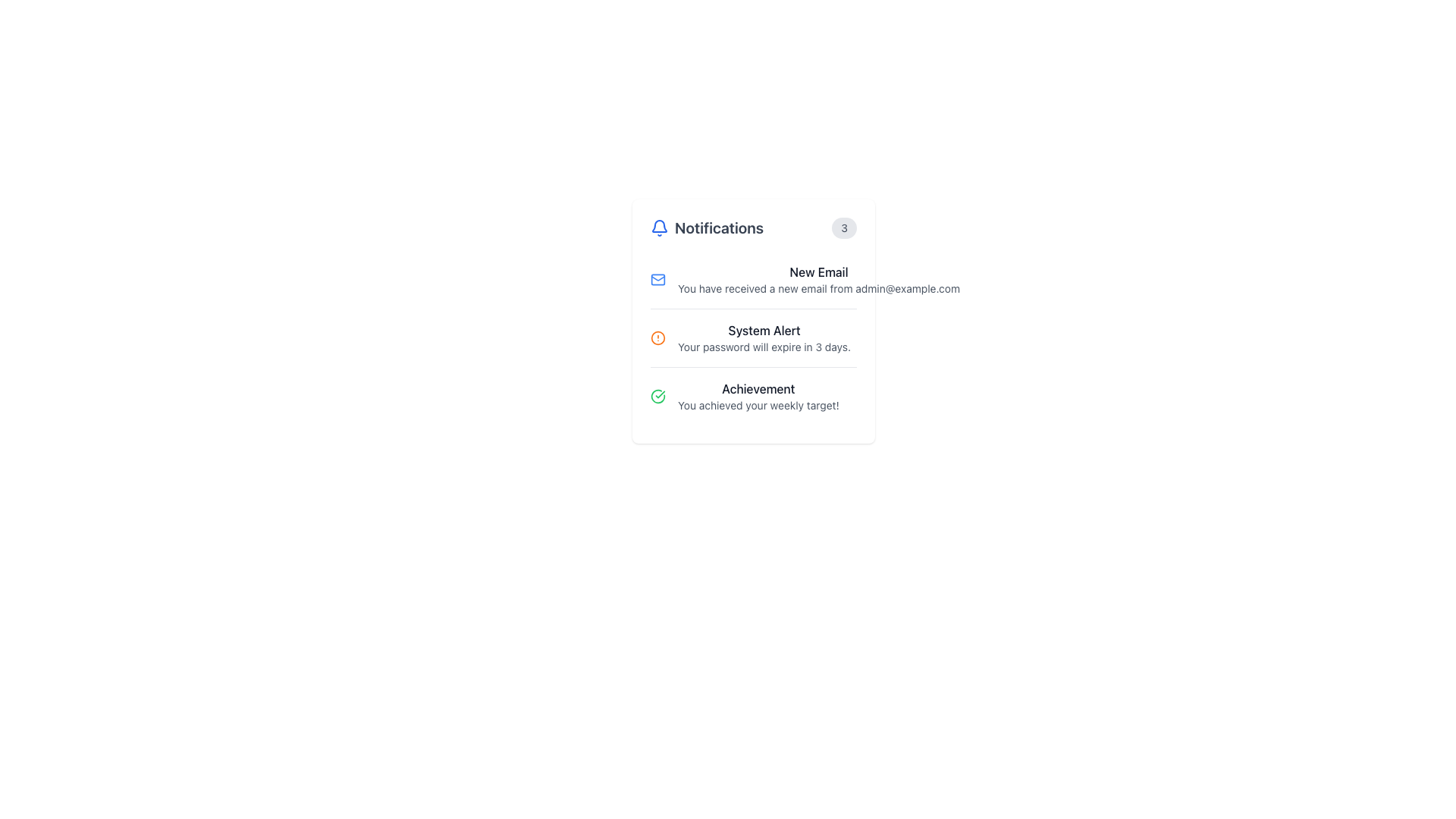  I want to click on notification titled 'System Alert' that indicates 'Your password will expire in 3 days.', so click(764, 337).